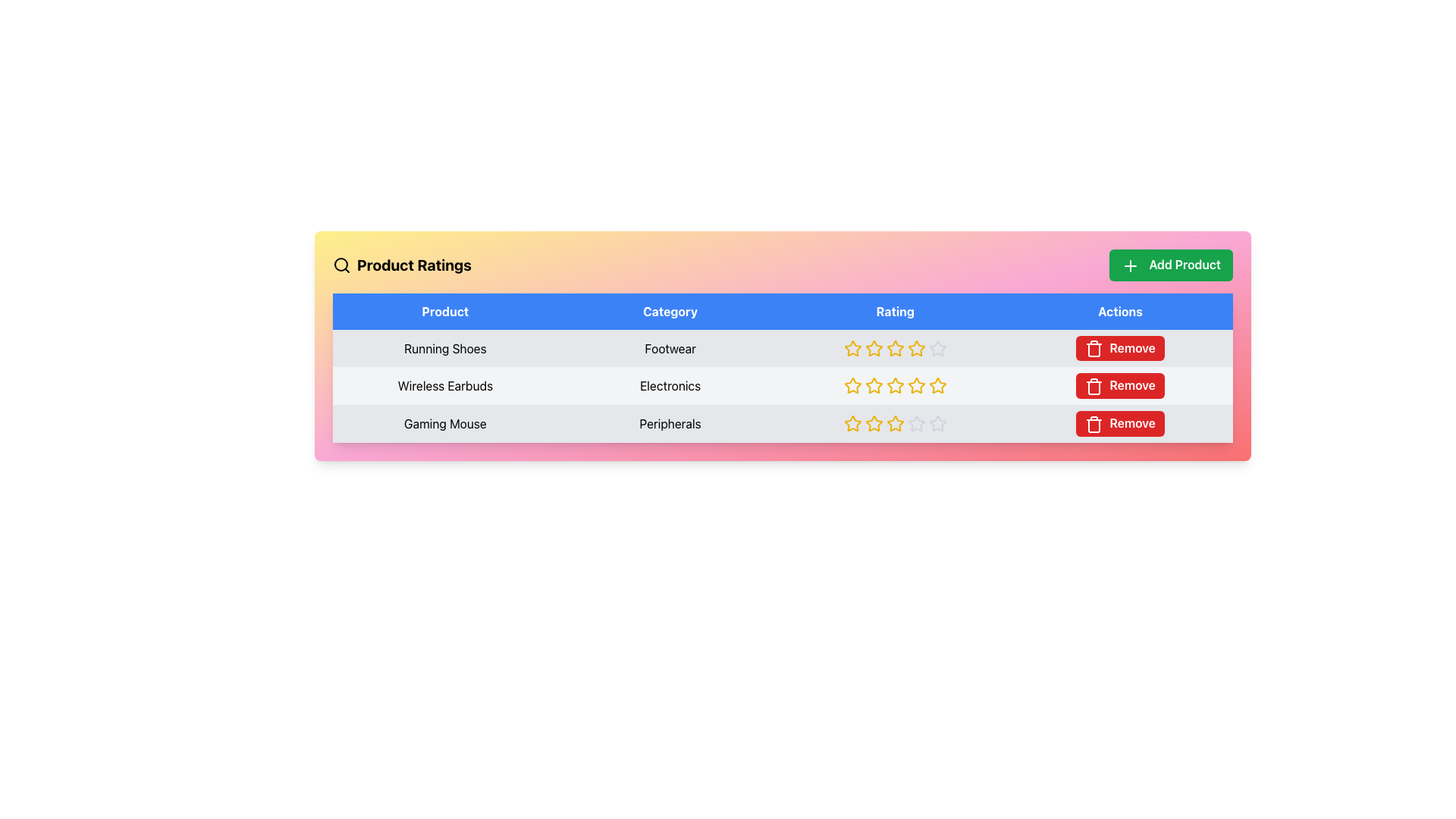 The image size is (1456, 819). I want to click on the Rating Indicator for 'Running Shoes', which is represented by filled stars in the third column of the first row under the 'Rating' header, so click(895, 348).